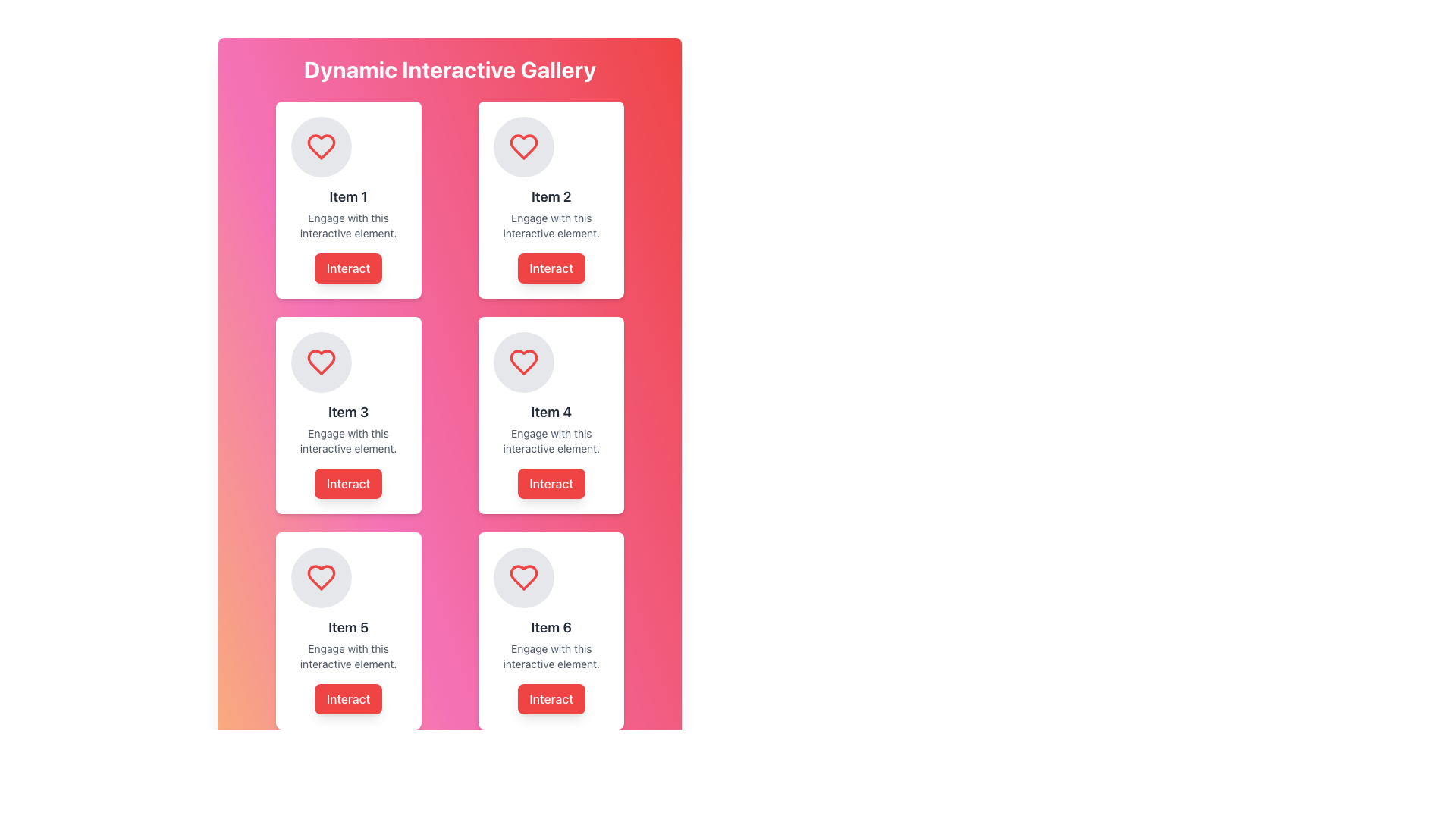 The width and height of the screenshot is (1456, 819). Describe the element at coordinates (347, 412) in the screenshot. I see `the content of the text label displaying 'Item 3' in large, bold font within the third card of interactive cards` at that location.